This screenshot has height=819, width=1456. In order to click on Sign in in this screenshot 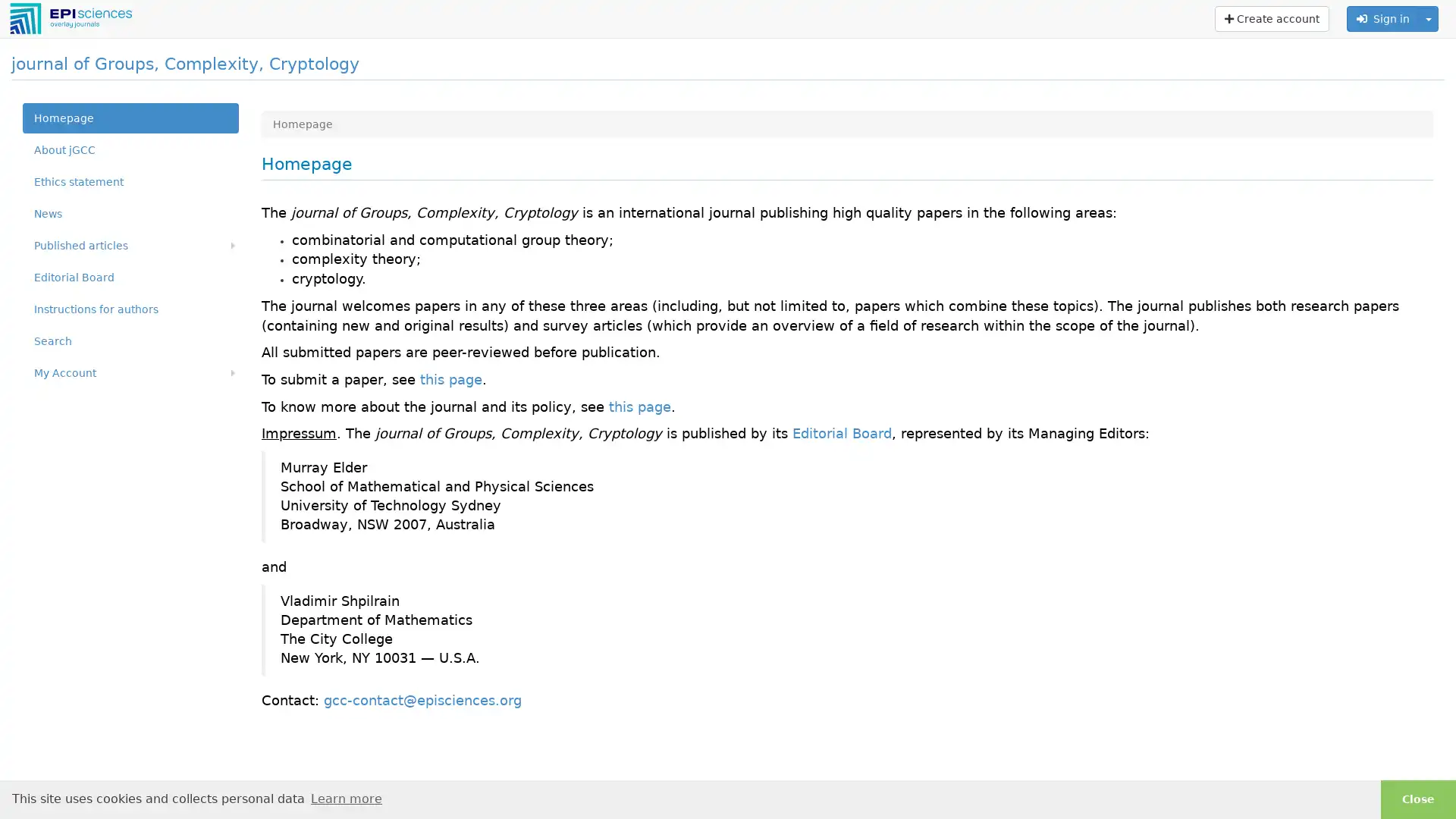, I will do `click(1383, 18)`.